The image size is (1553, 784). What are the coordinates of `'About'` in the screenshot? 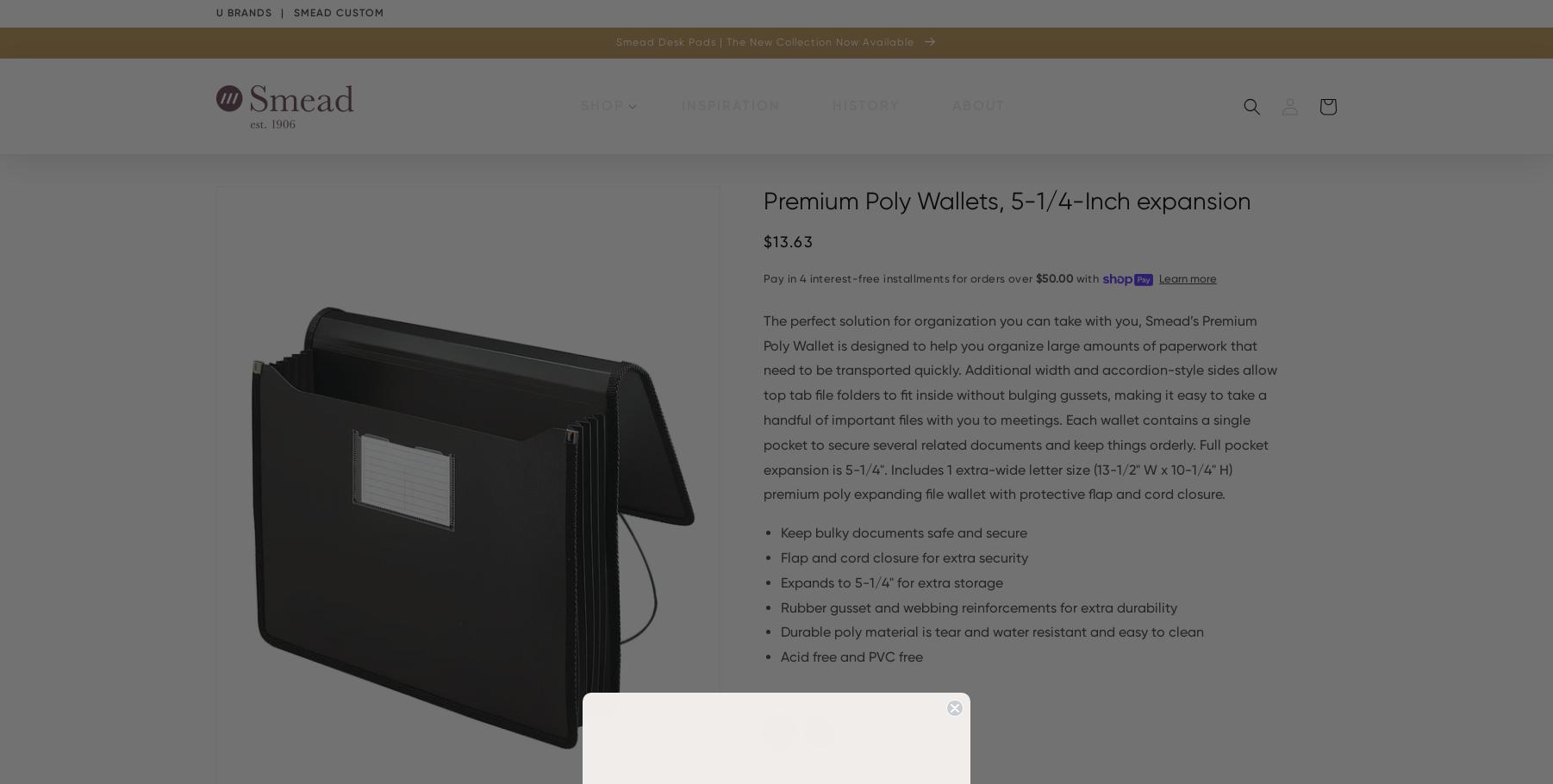 It's located at (951, 105).